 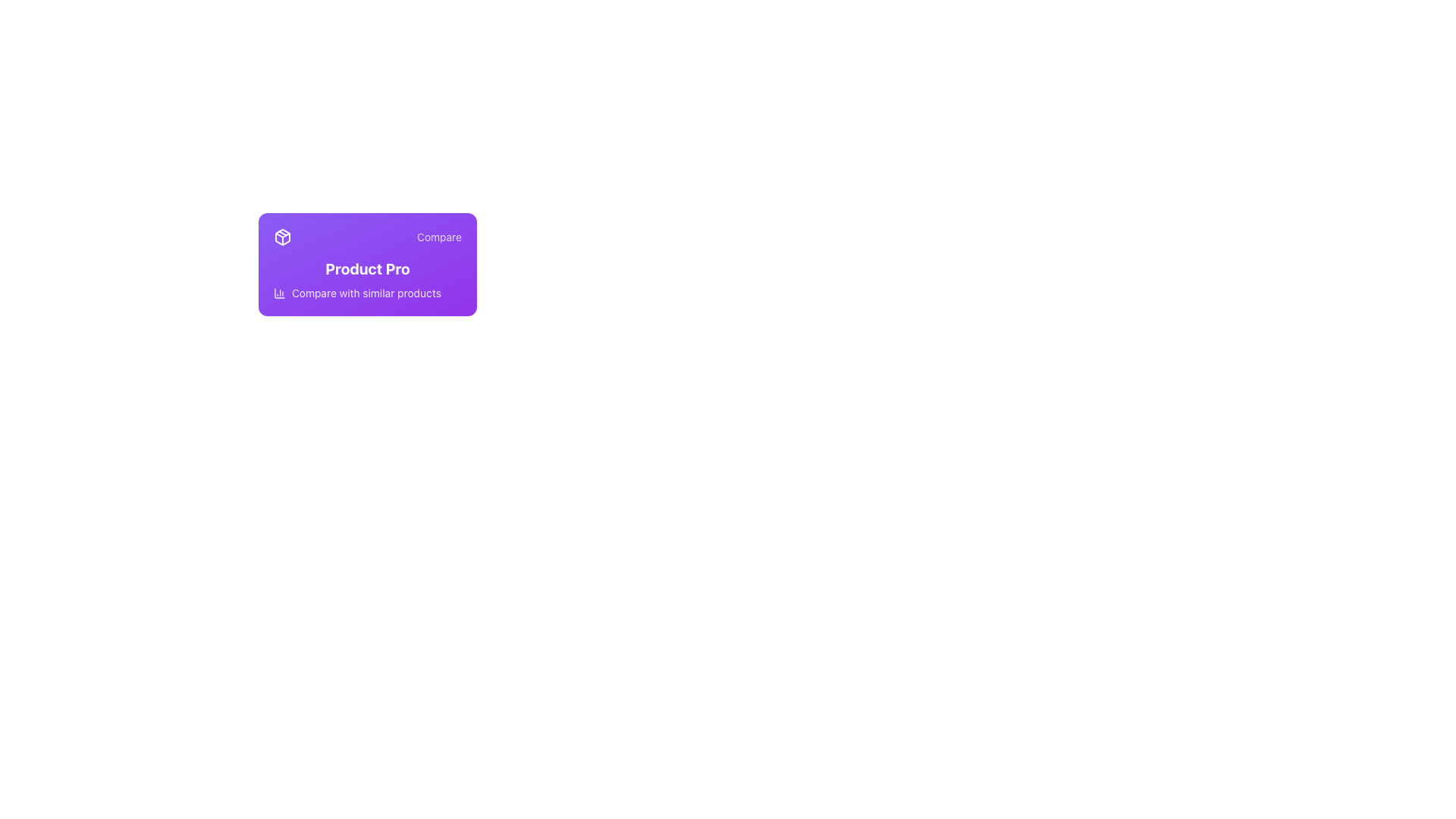 I want to click on the largest vertical line of the bar chart icon located in the top-left corner of the purple card titled 'Product Pro.', so click(x=280, y=293).